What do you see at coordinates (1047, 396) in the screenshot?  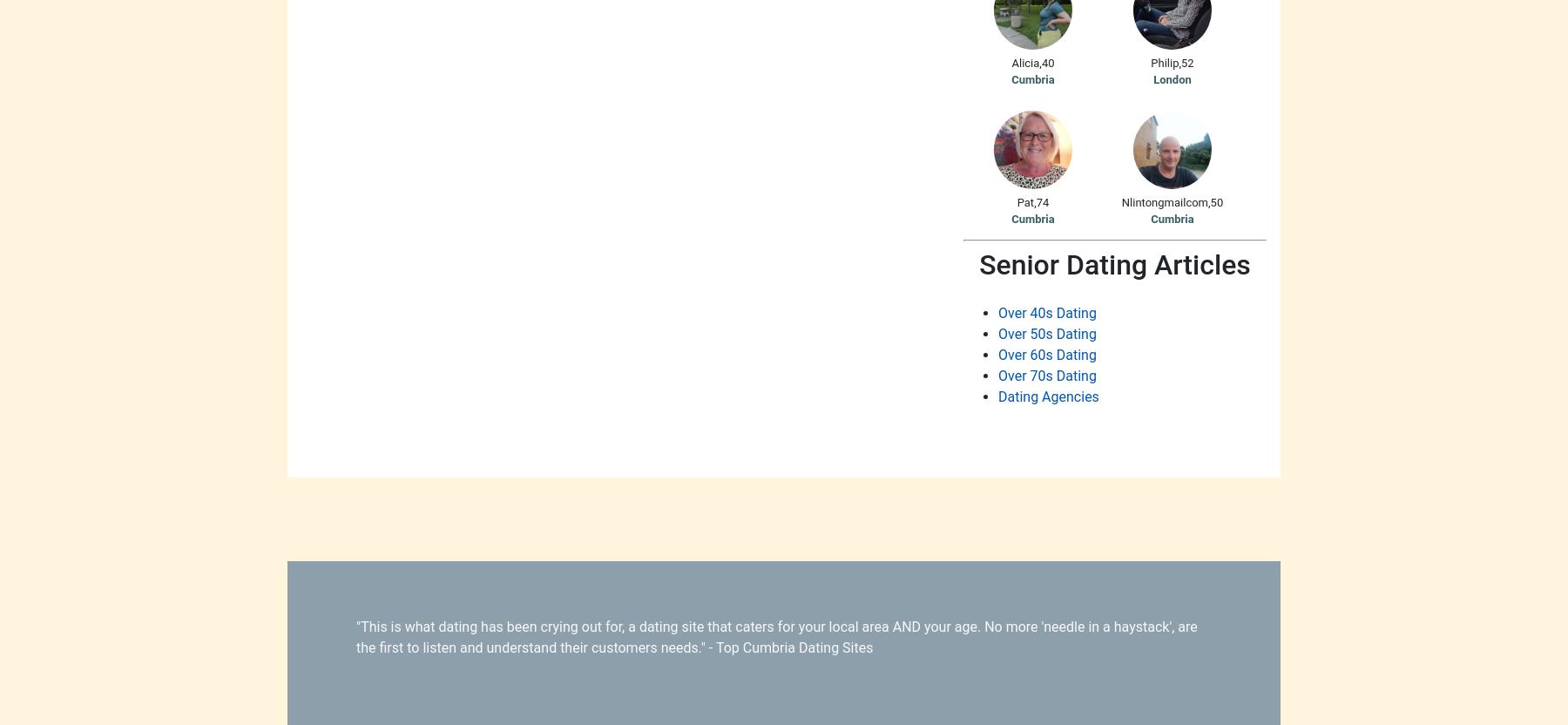 I see `'Dating Agencies'` at bounding box center [1047, 396].